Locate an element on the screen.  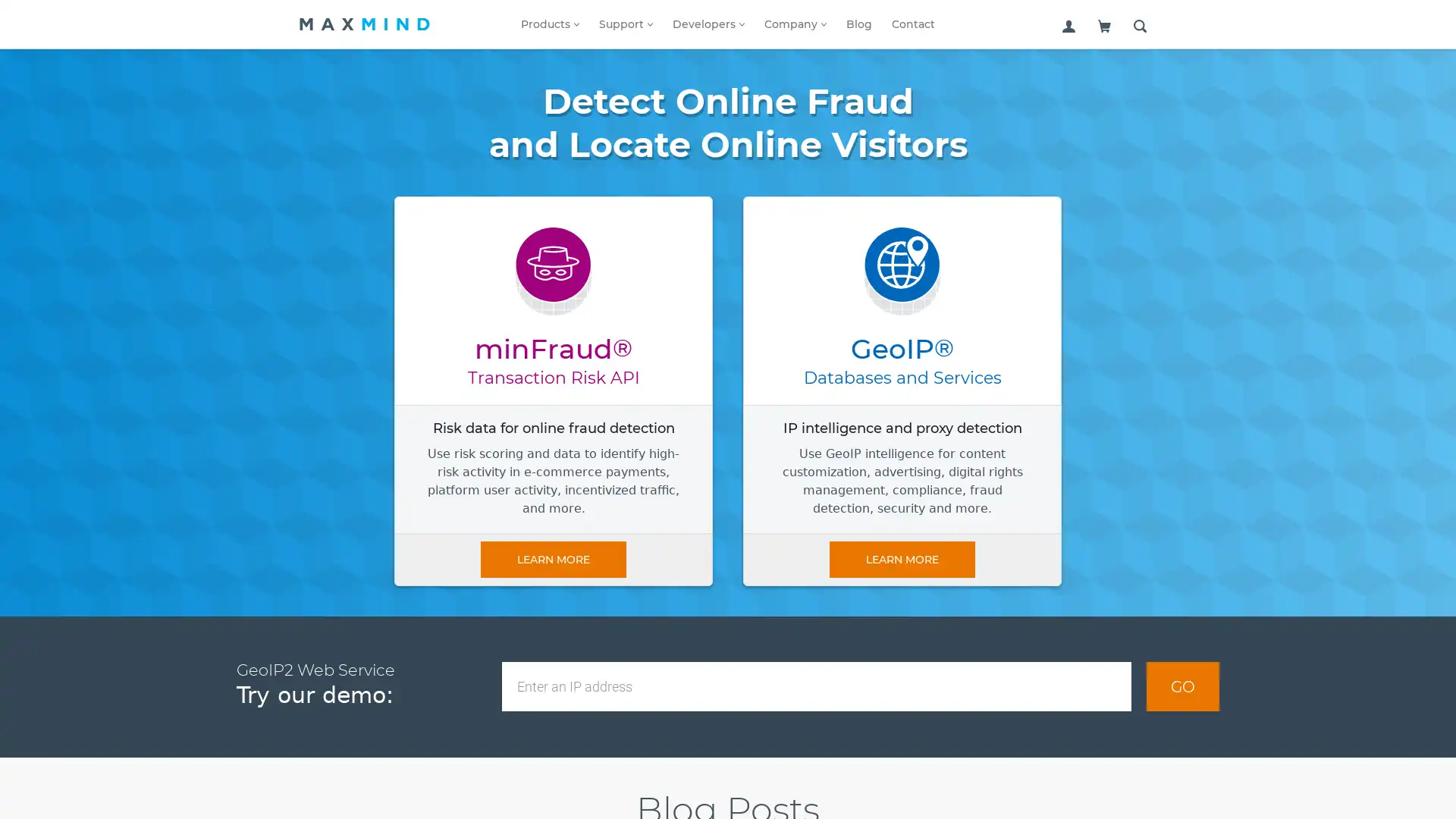
Blog is located at coordinates (858, 24).